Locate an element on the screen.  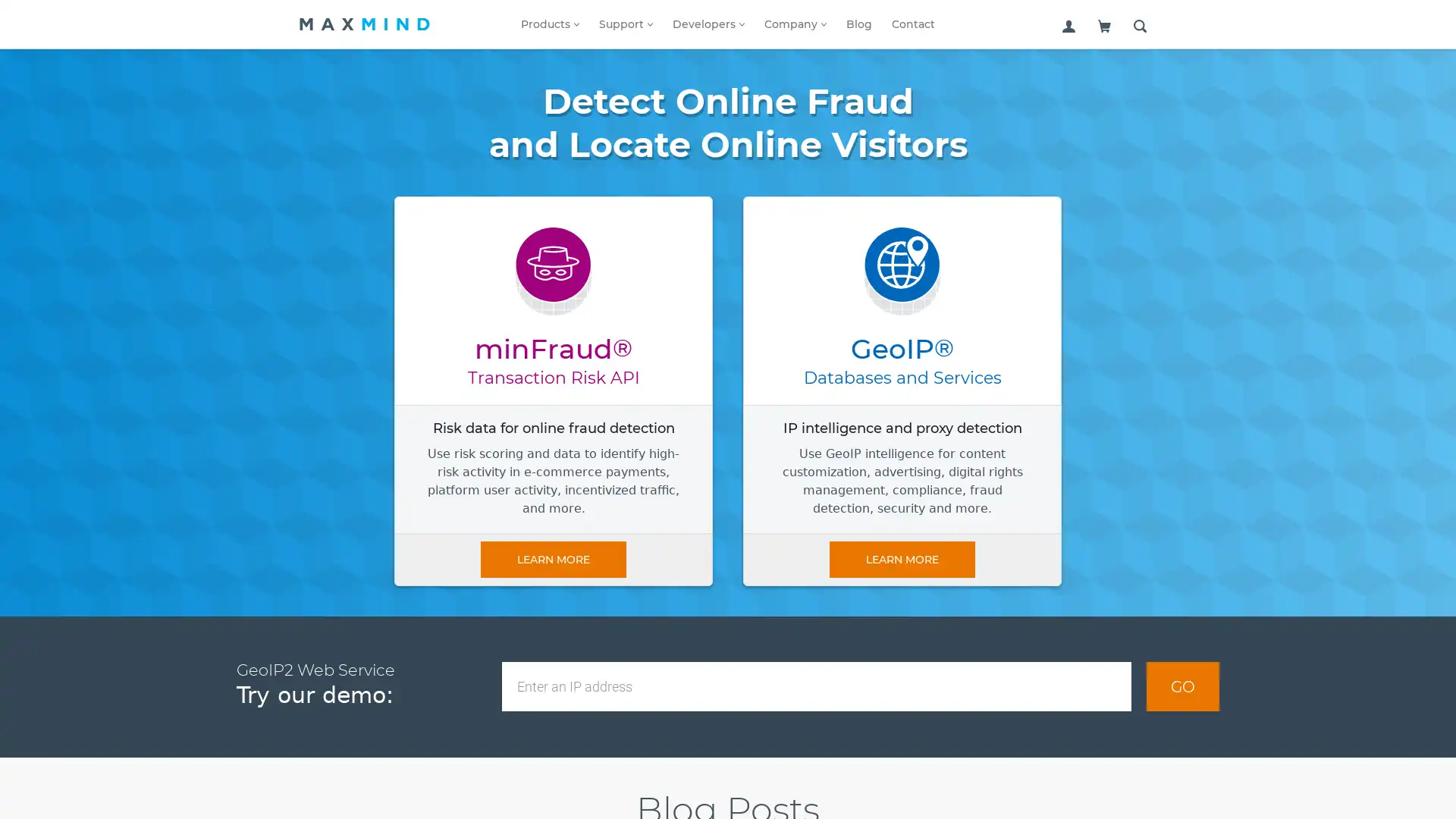
Blog is located at coordinates (858, 24).